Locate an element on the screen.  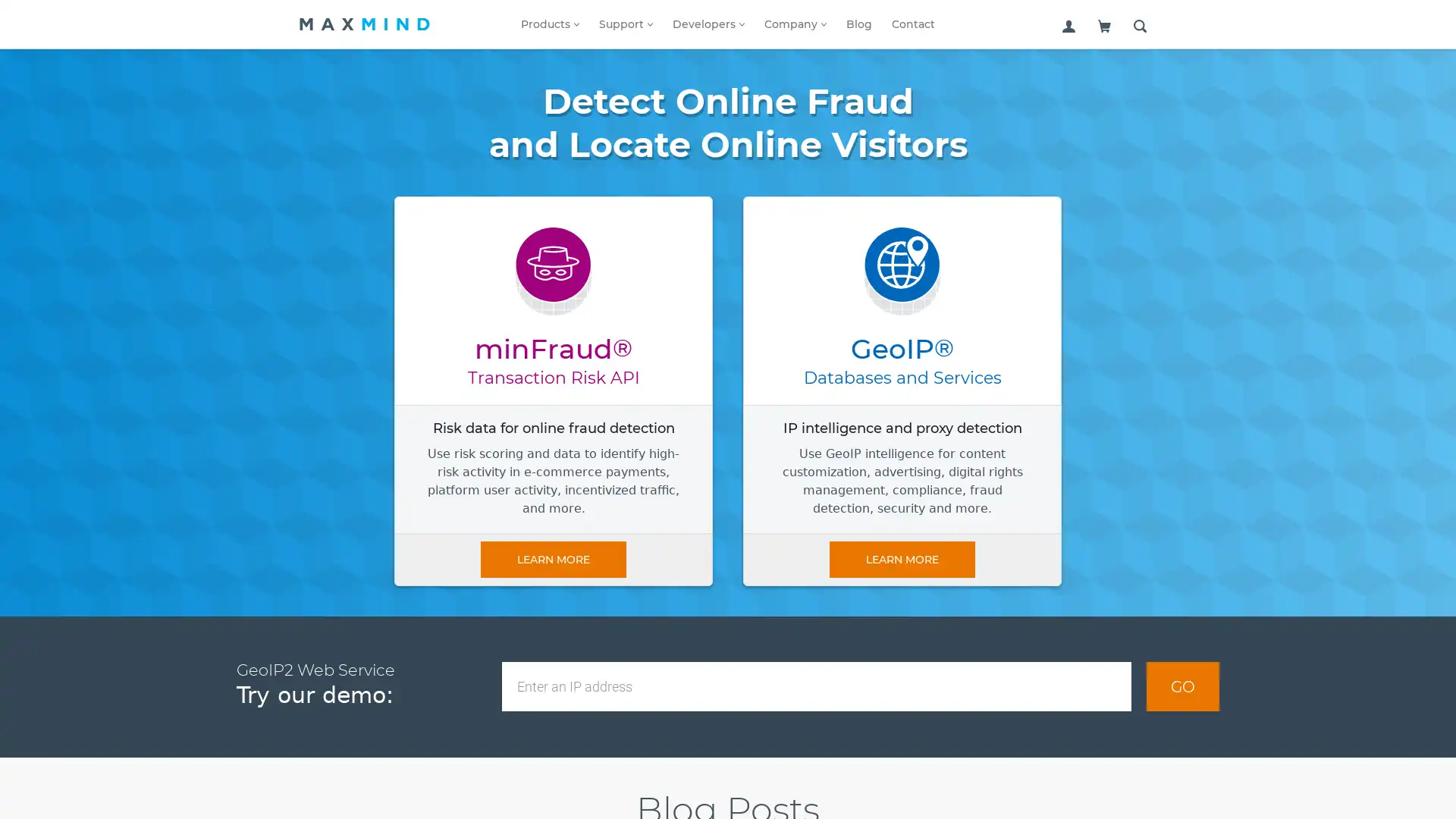
Blog is located at coordinates (858, 24).